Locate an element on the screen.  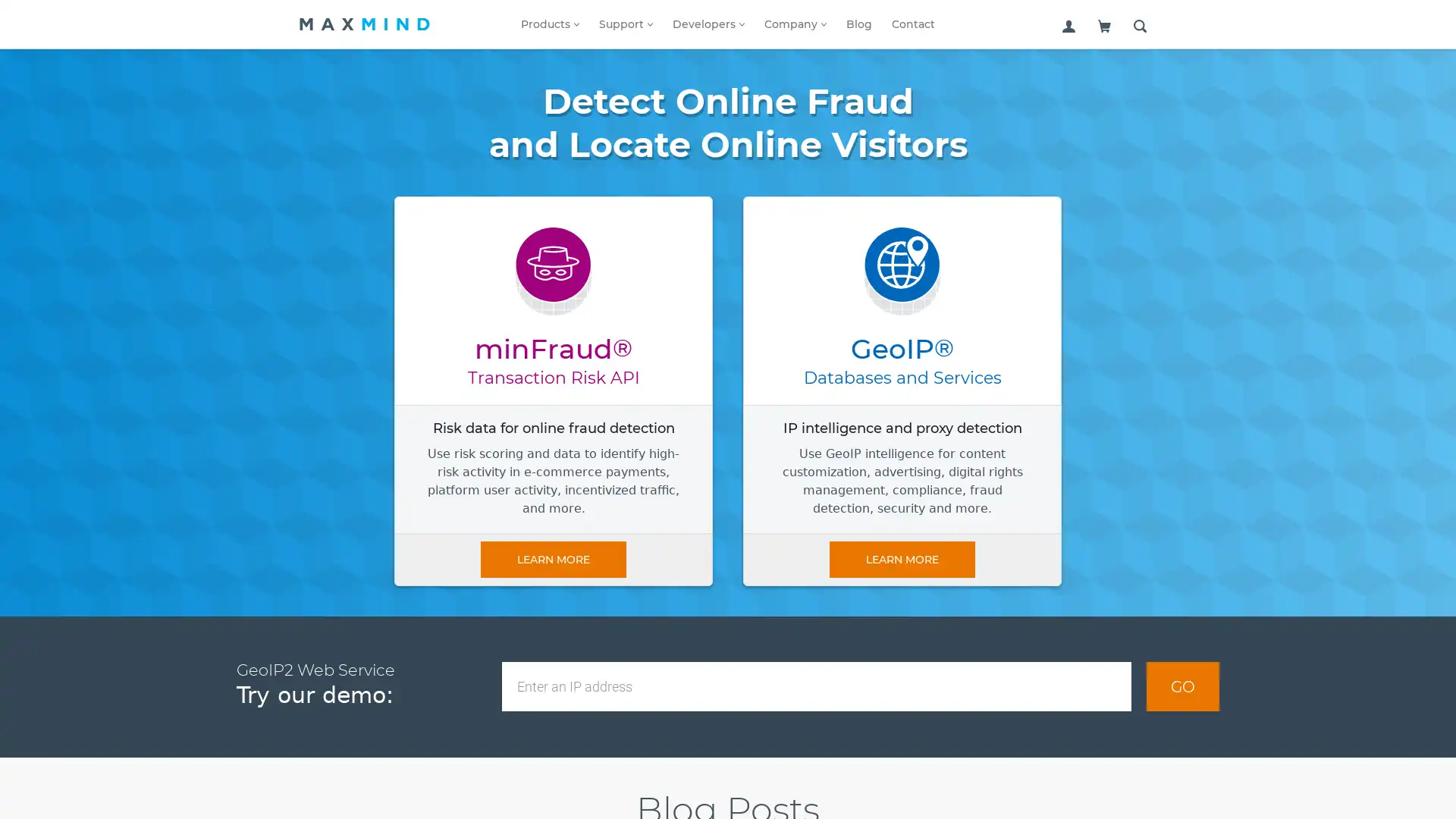
Blog is located at coordinates (858, 24).